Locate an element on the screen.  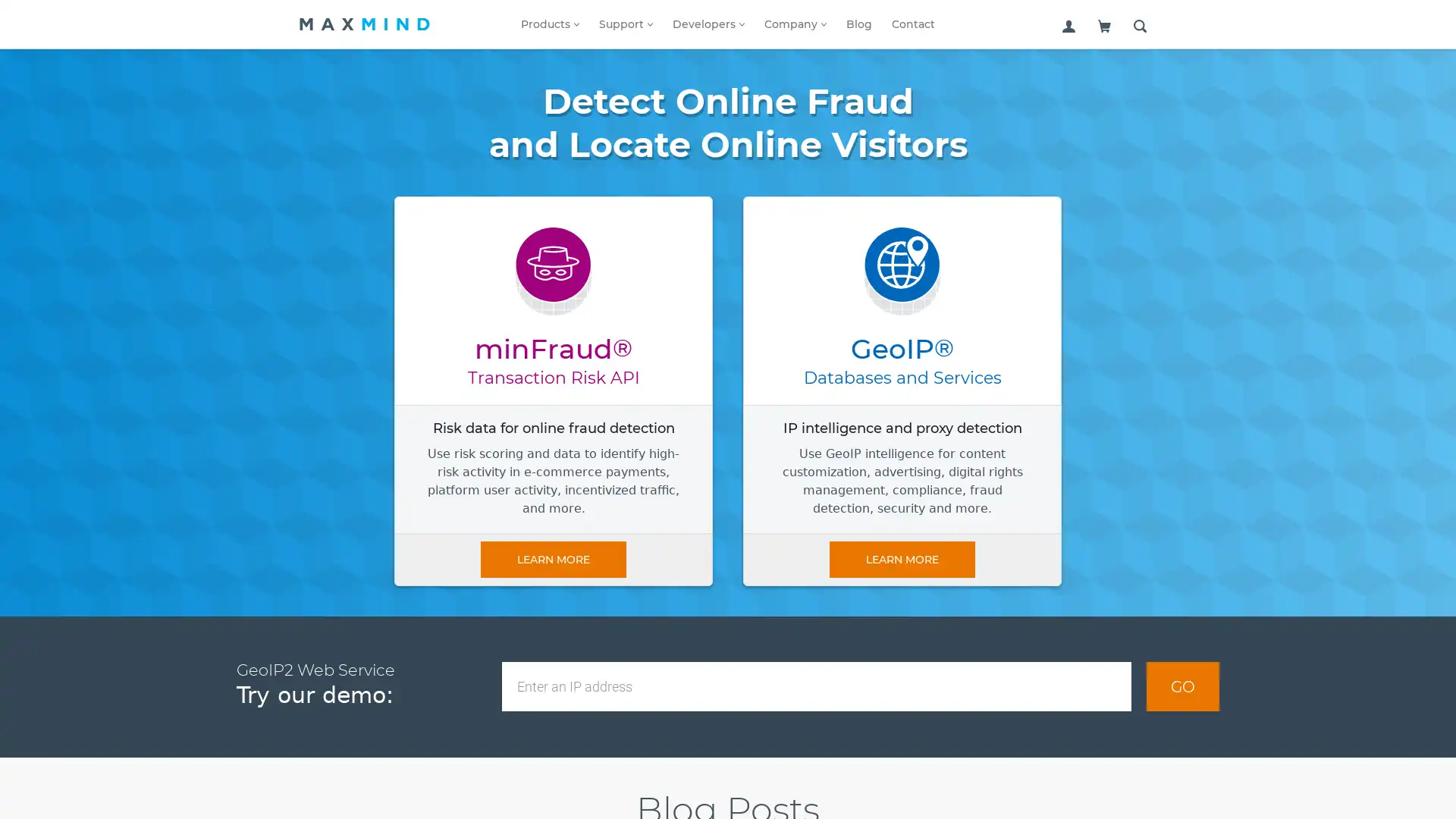
Blog is located at coordinates (858, 24).